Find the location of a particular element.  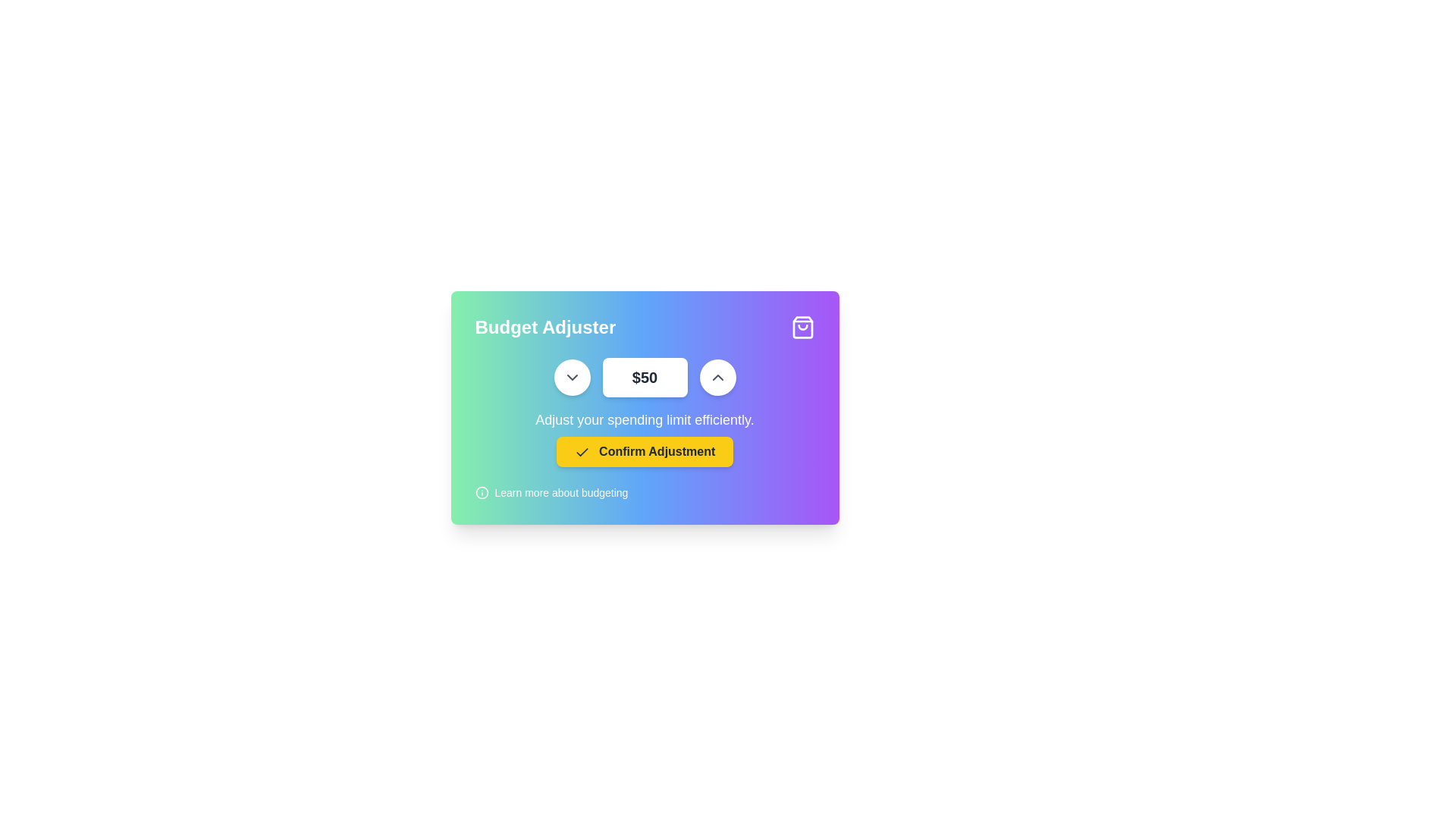

the text label providing guidance about managing a spending limit, located directly below the '$50' value display and above the 'Confirm Adjustment' button is located at coordinates (645, 420).